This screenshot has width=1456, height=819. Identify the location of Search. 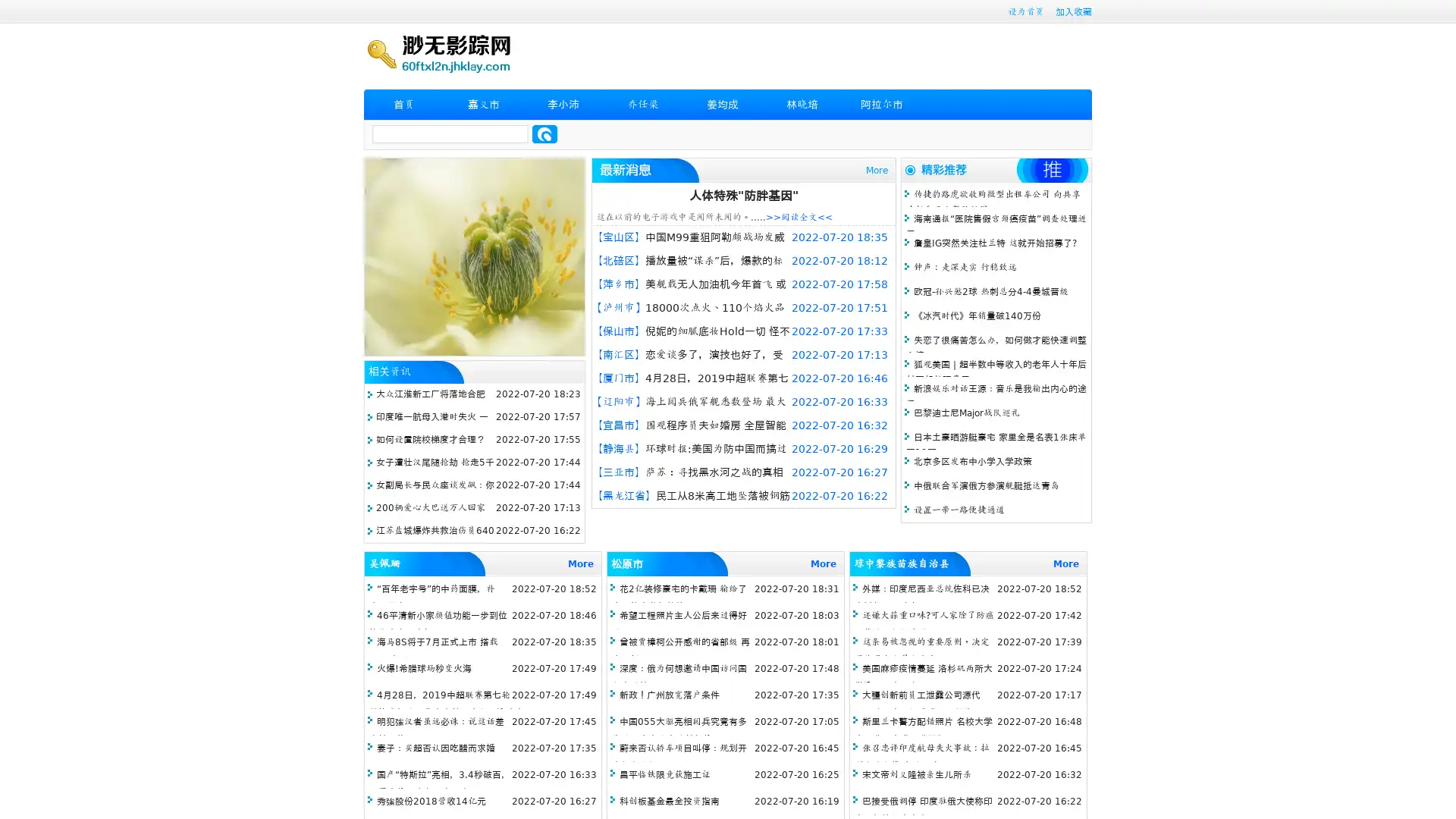
(544, 133).